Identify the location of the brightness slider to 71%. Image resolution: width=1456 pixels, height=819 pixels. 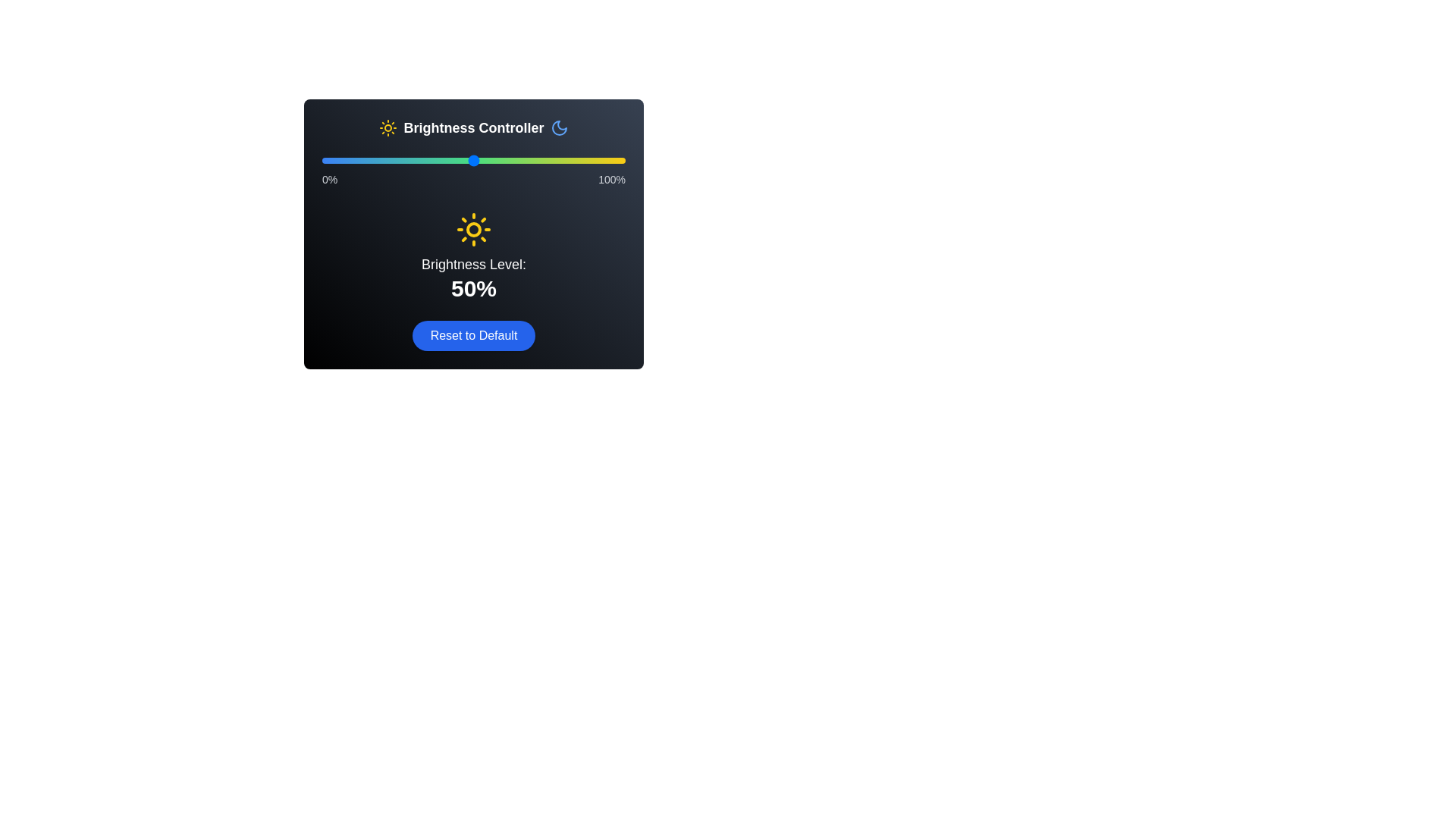
(538, 161).